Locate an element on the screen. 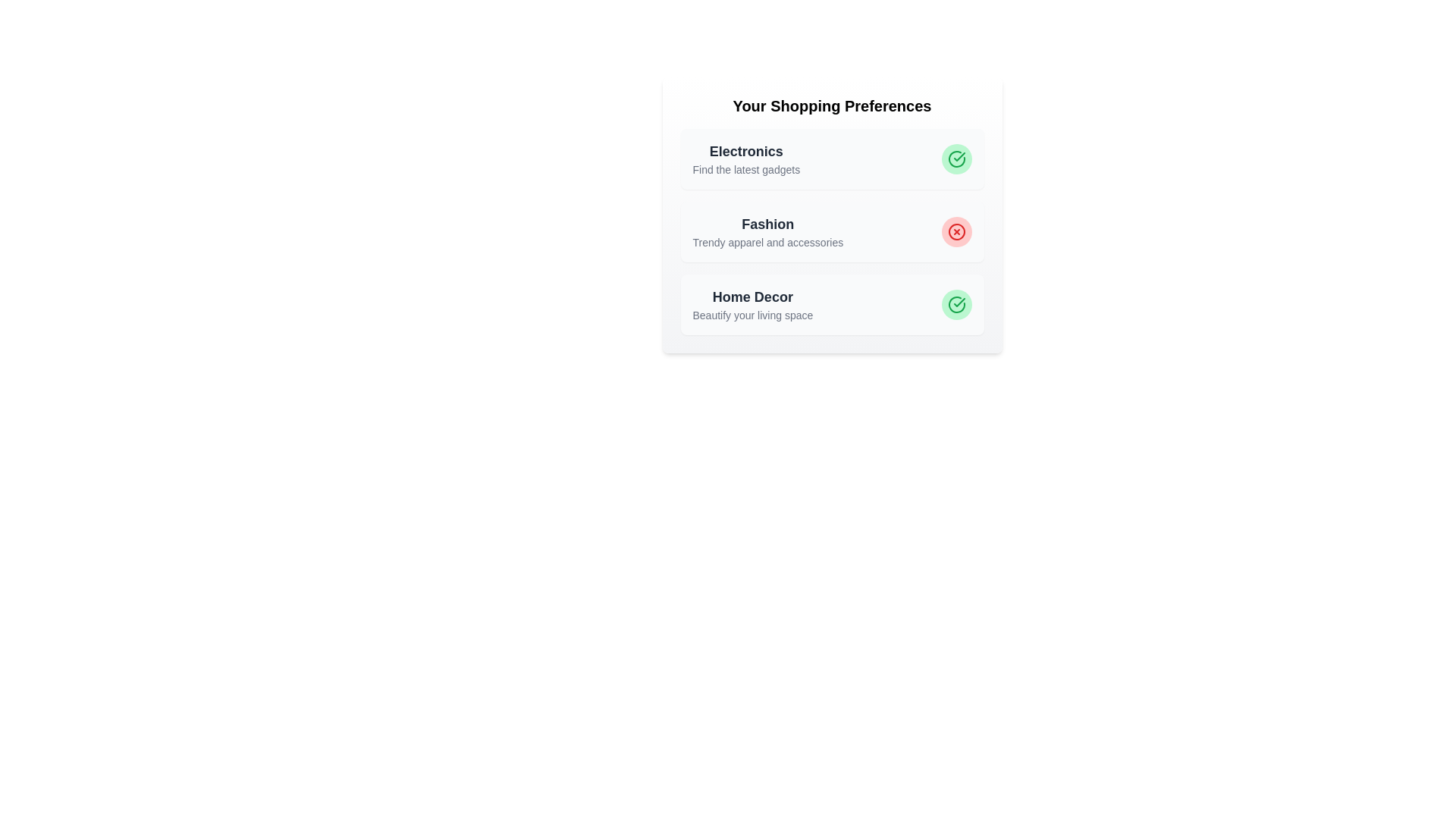  the title and description of the preference item Electronics is located at coordinates (745, 152).